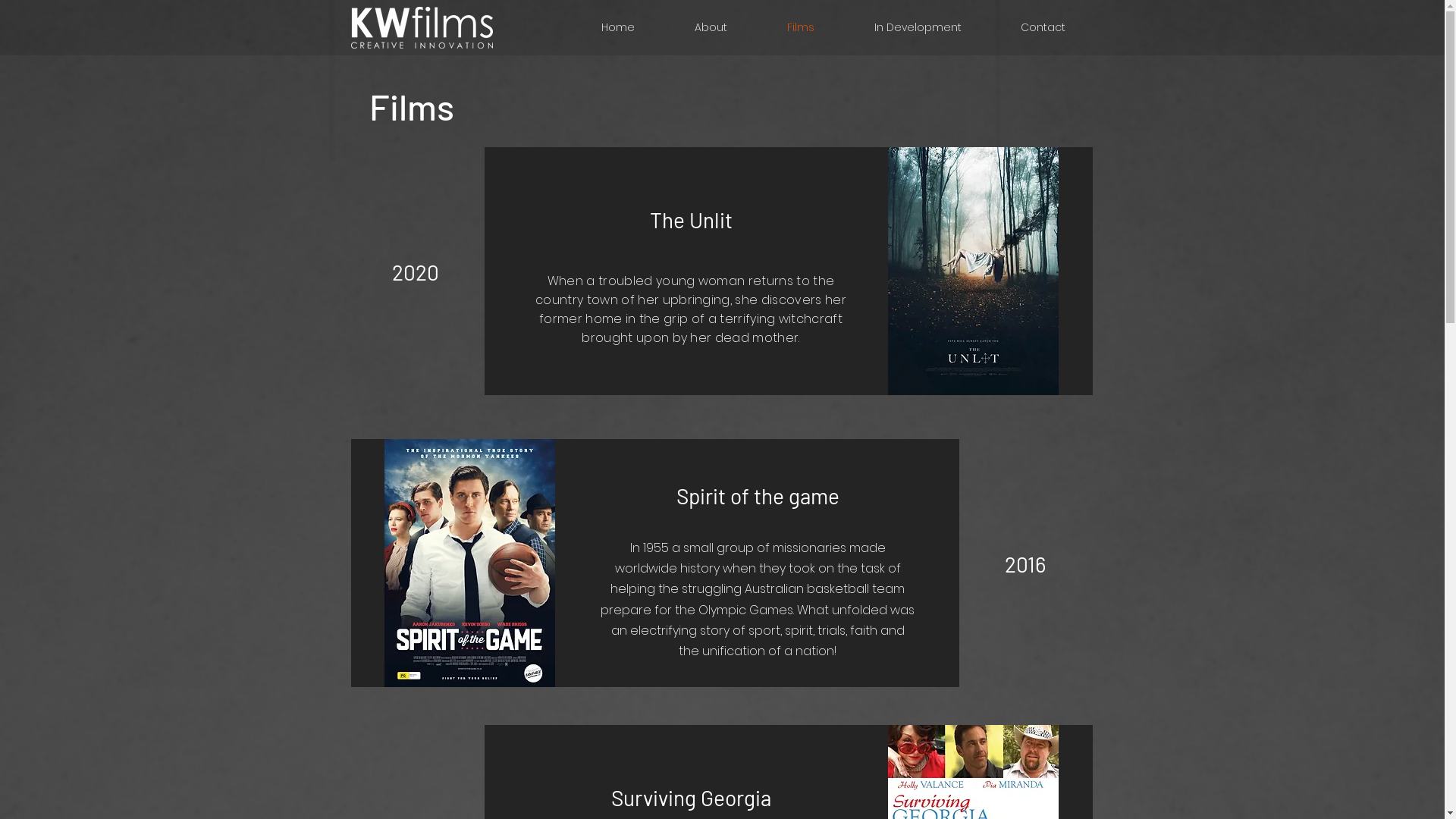  Describe the element at coordinates (1041, 27) in the screenshot. I see `'Contact'` at that location.